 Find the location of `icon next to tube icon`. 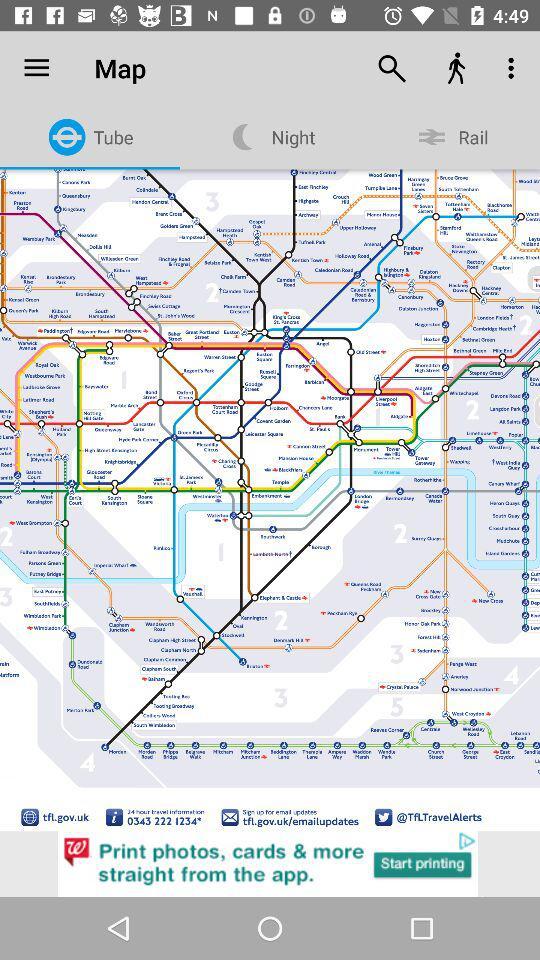

icon next to tube icon is located at coordinates (36, 68).